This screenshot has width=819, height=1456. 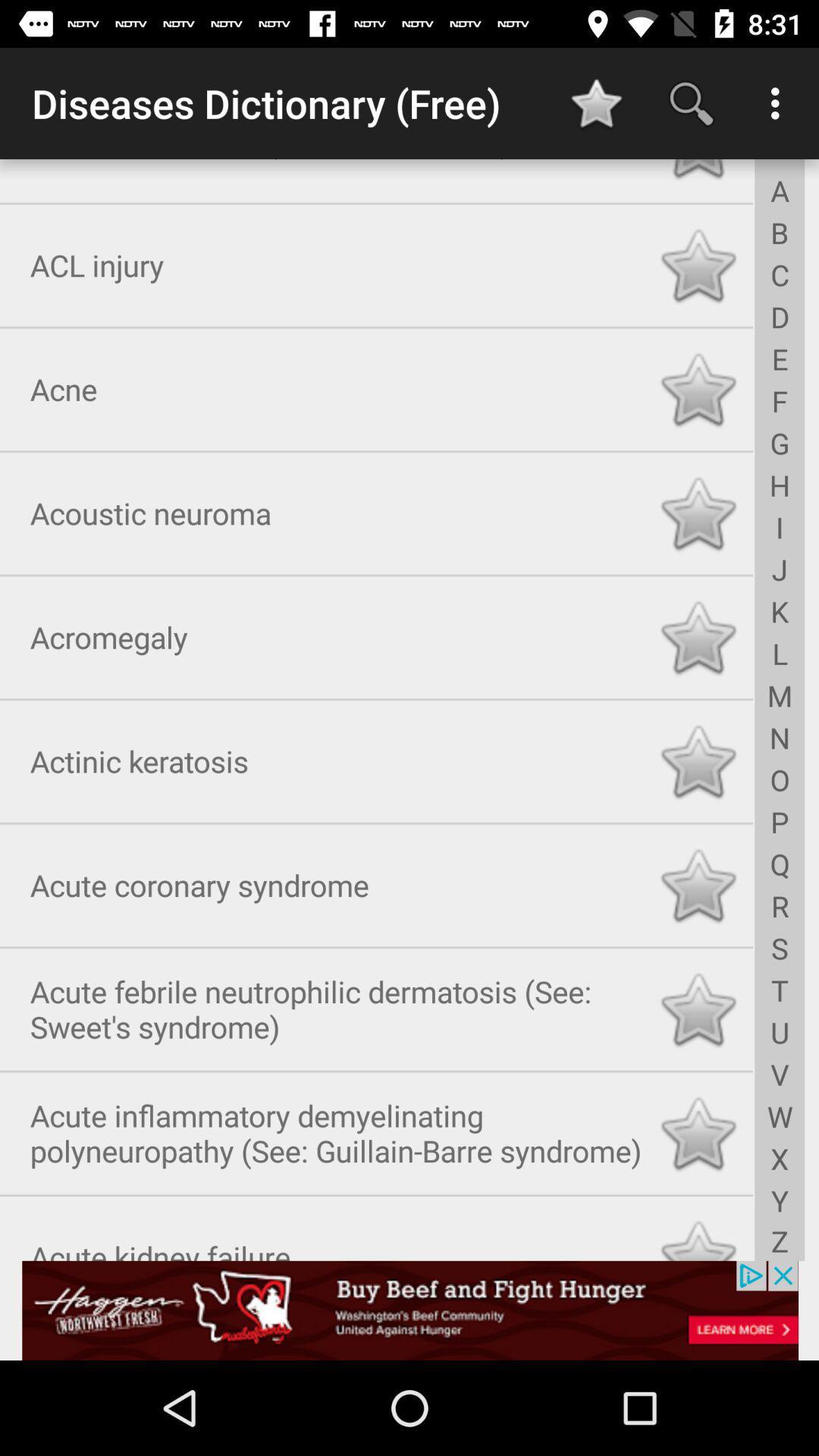 What do you see at coordinates (698, 758) in the screenshot?
I see `shows the favourite option` at bounding box center [698, 758].